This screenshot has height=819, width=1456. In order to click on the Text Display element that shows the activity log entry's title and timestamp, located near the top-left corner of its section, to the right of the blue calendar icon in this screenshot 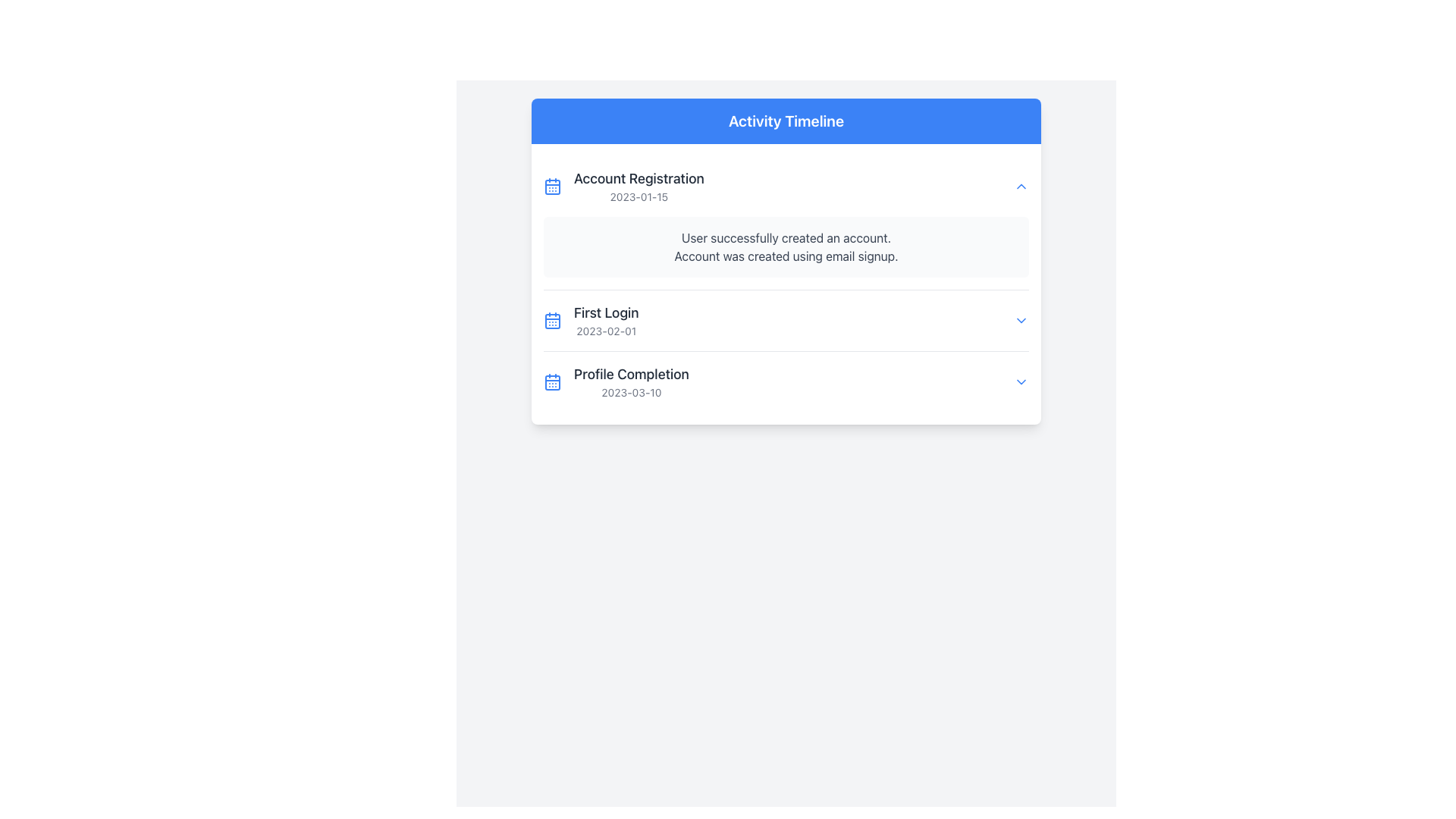, I will do `click(639, 186)`.